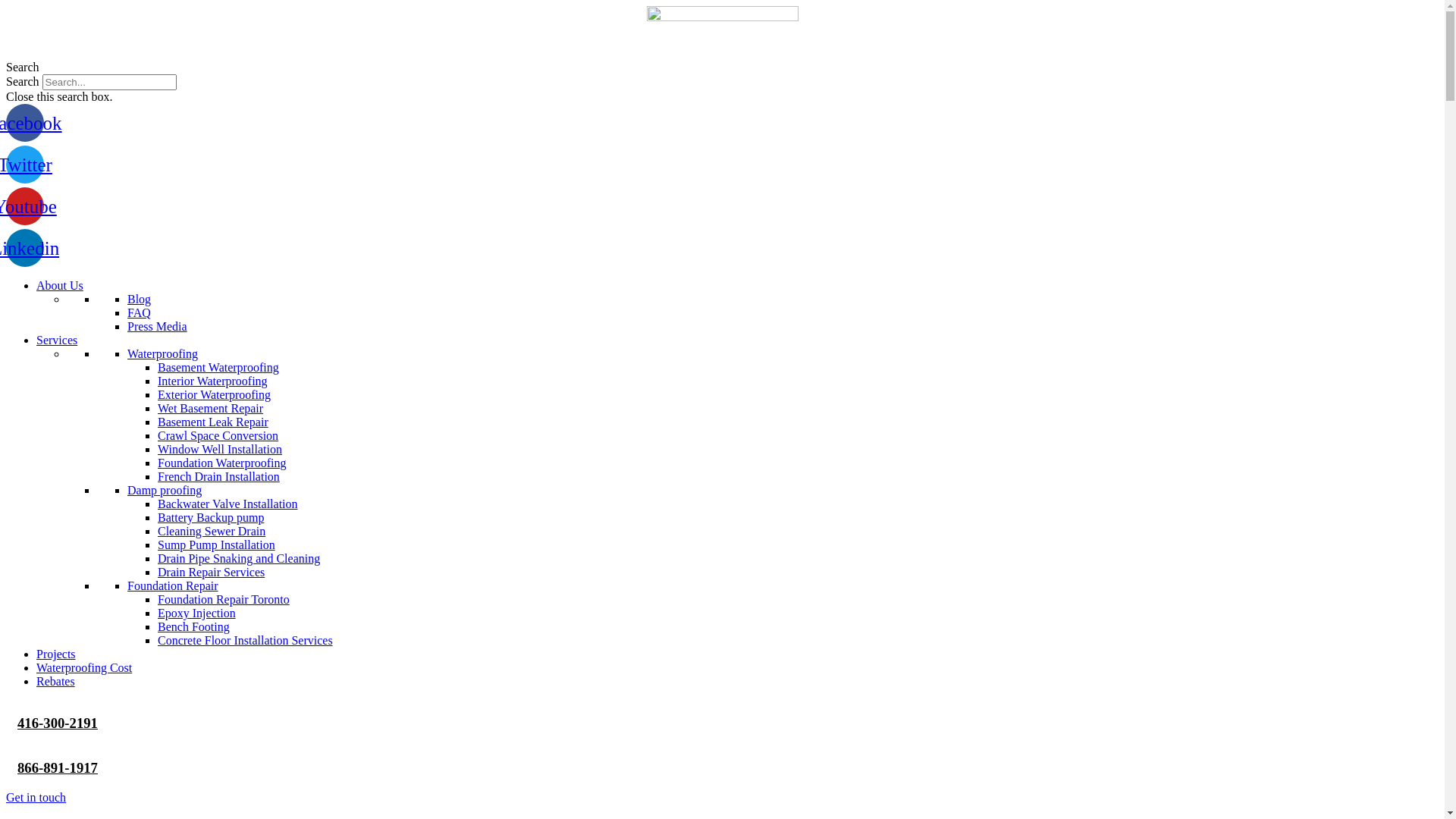 The width and height of the screenshot is (1456, 819). Describe the element at coordinates (218, 367) in the screenshot. I see `'Basement Waterproofing'` at that location.